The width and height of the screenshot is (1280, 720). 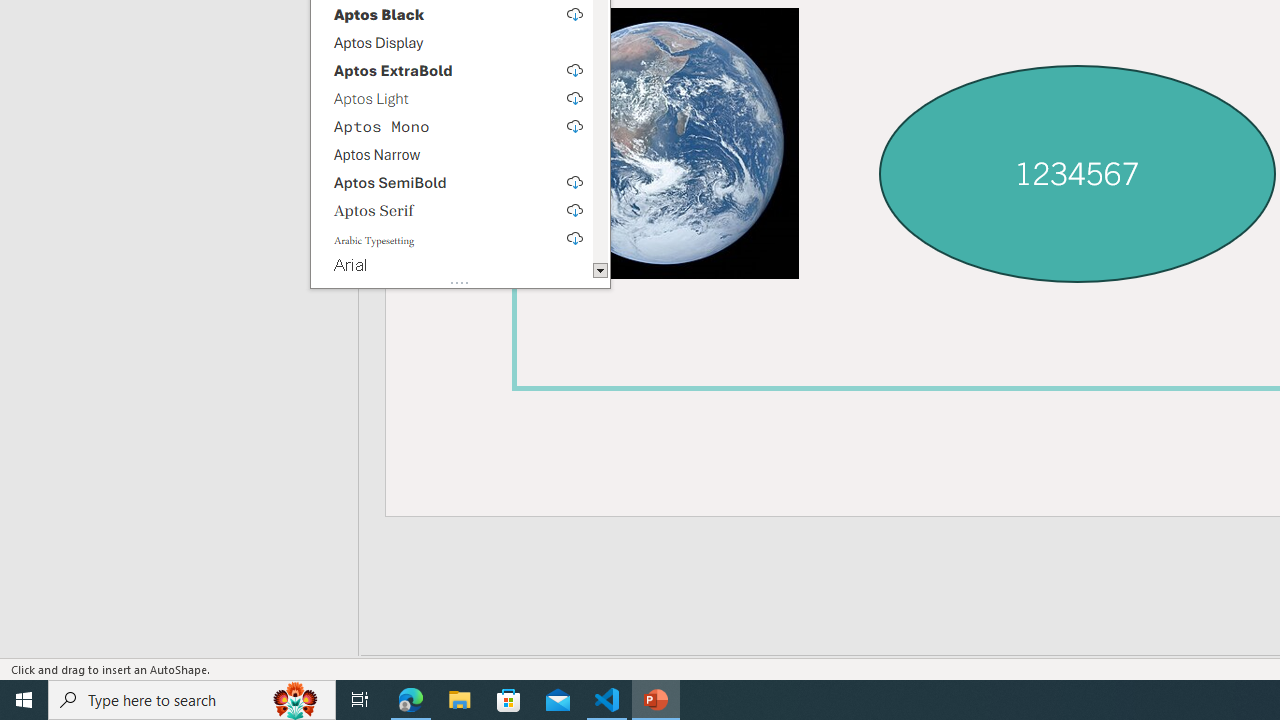 I want to click on 'Aptos Display', so click(x=450, y=42).